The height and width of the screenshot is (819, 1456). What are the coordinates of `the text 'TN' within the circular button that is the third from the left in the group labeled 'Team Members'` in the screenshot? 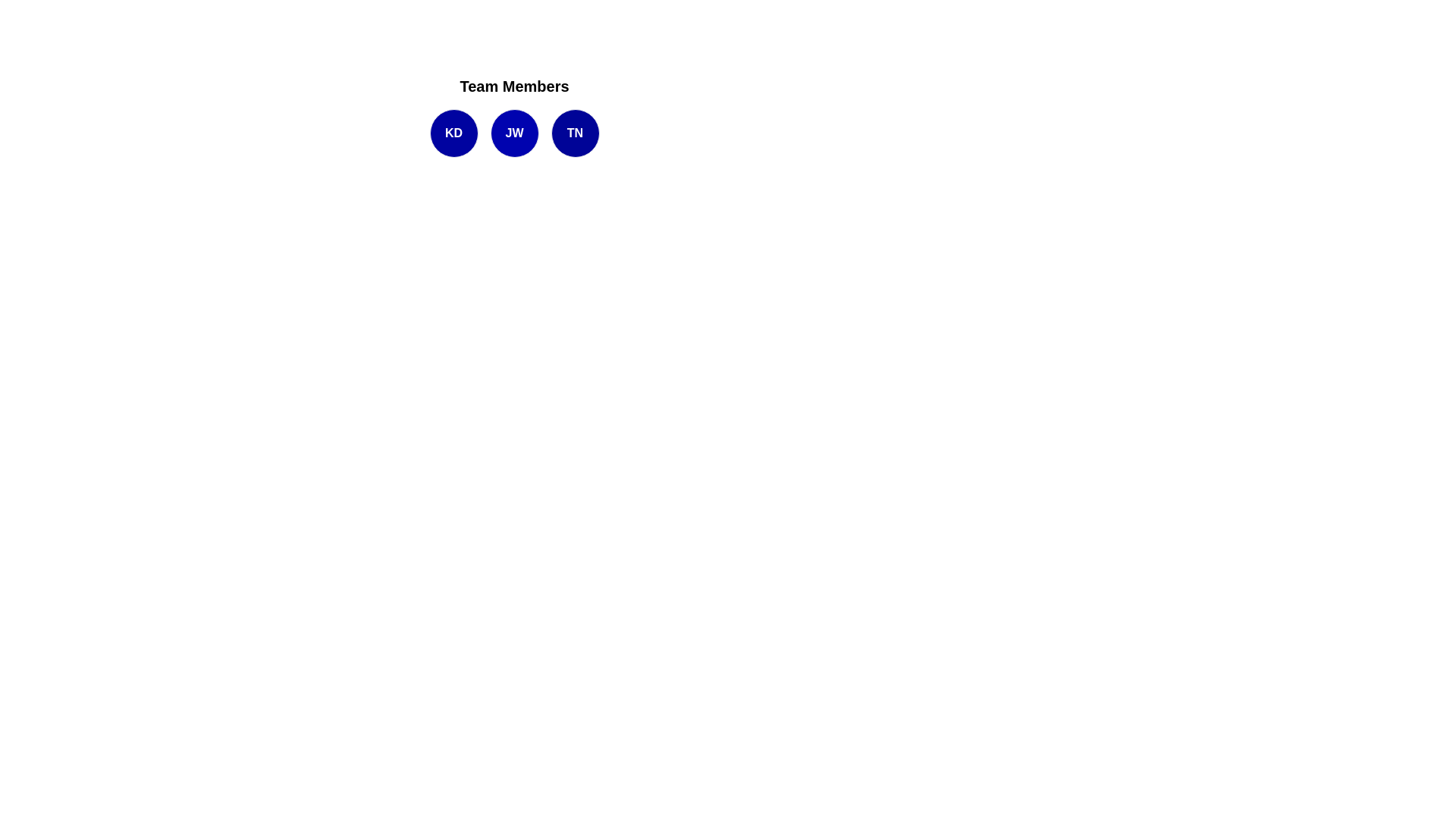 It's located at (574, 133).